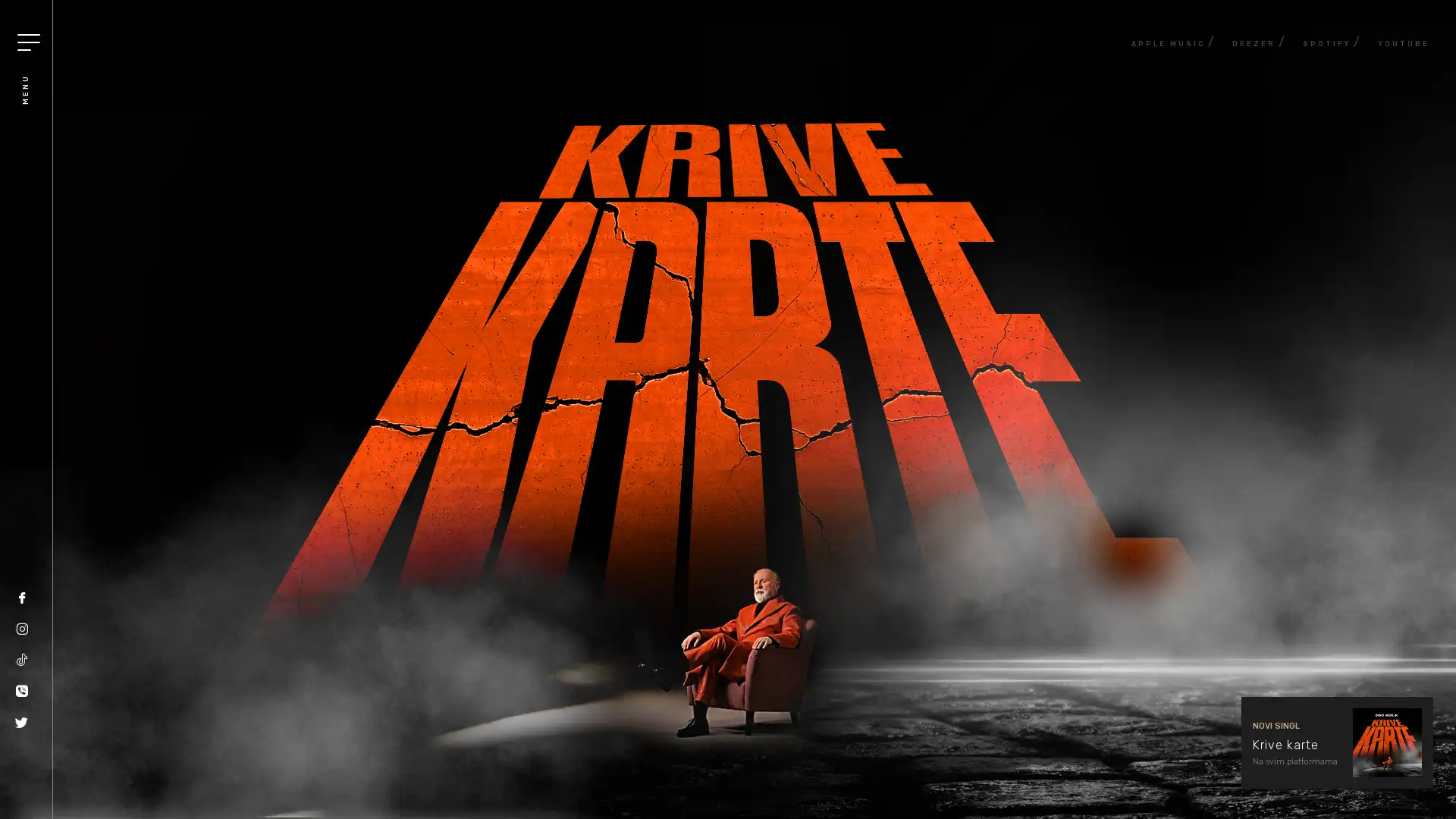 Image resolution: width=1456 pixels, height=819 pixels. What do you see at coordinates (29, 42) in the screenshot?
I see `Toggle navigation` at bounding box center [29, 42].